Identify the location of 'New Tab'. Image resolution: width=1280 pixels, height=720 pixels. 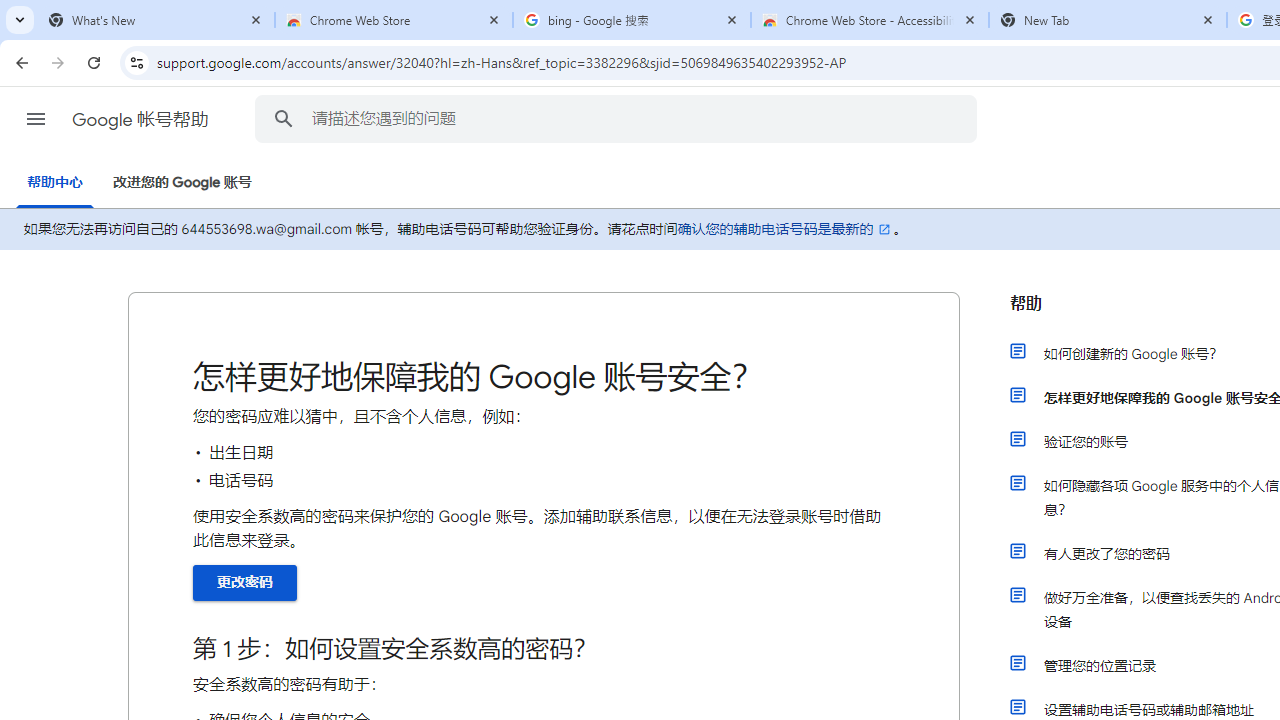
(1107, 20).